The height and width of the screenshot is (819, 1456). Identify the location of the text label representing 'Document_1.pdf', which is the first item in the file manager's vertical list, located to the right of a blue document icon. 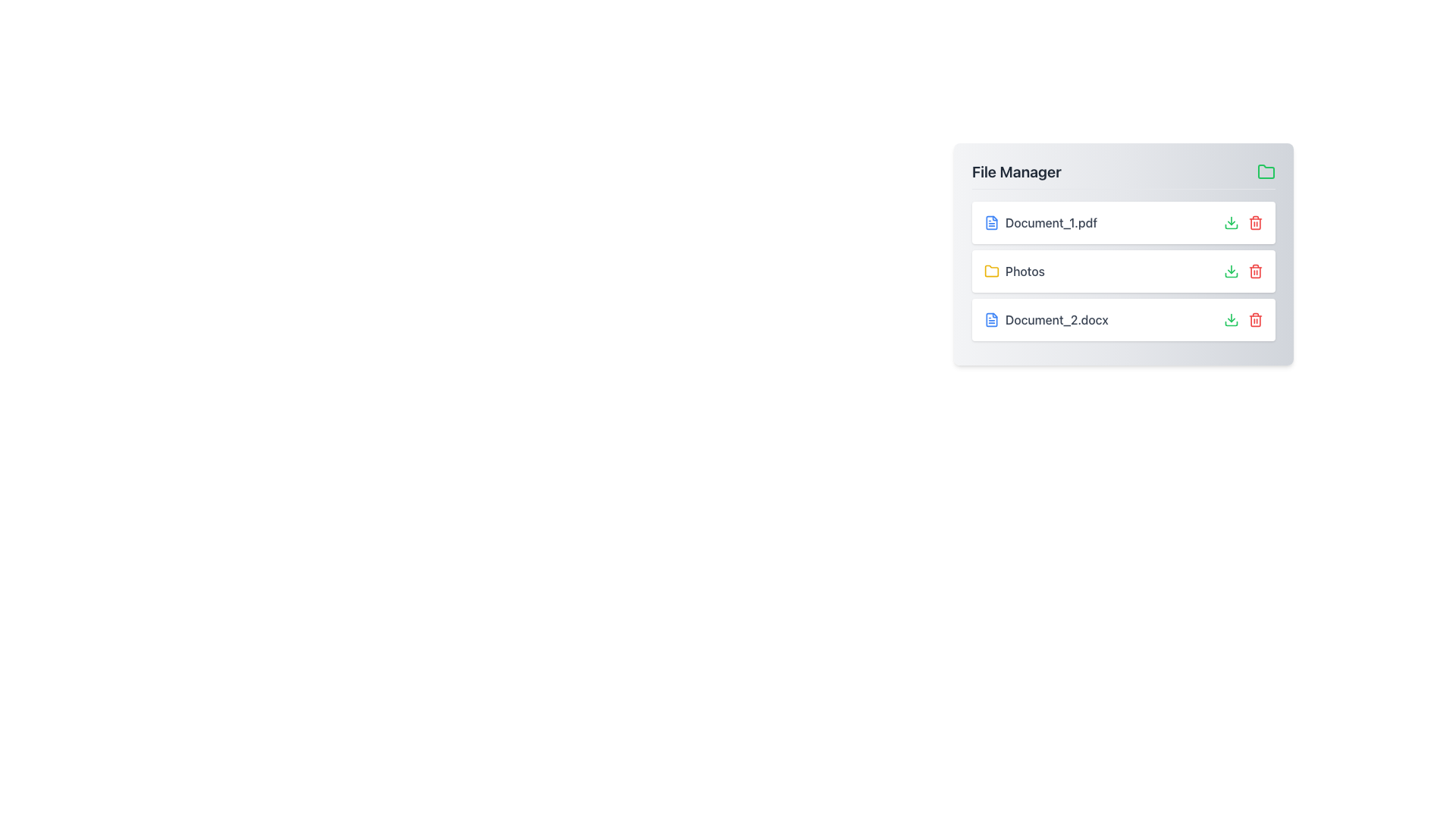
(1050, 222).